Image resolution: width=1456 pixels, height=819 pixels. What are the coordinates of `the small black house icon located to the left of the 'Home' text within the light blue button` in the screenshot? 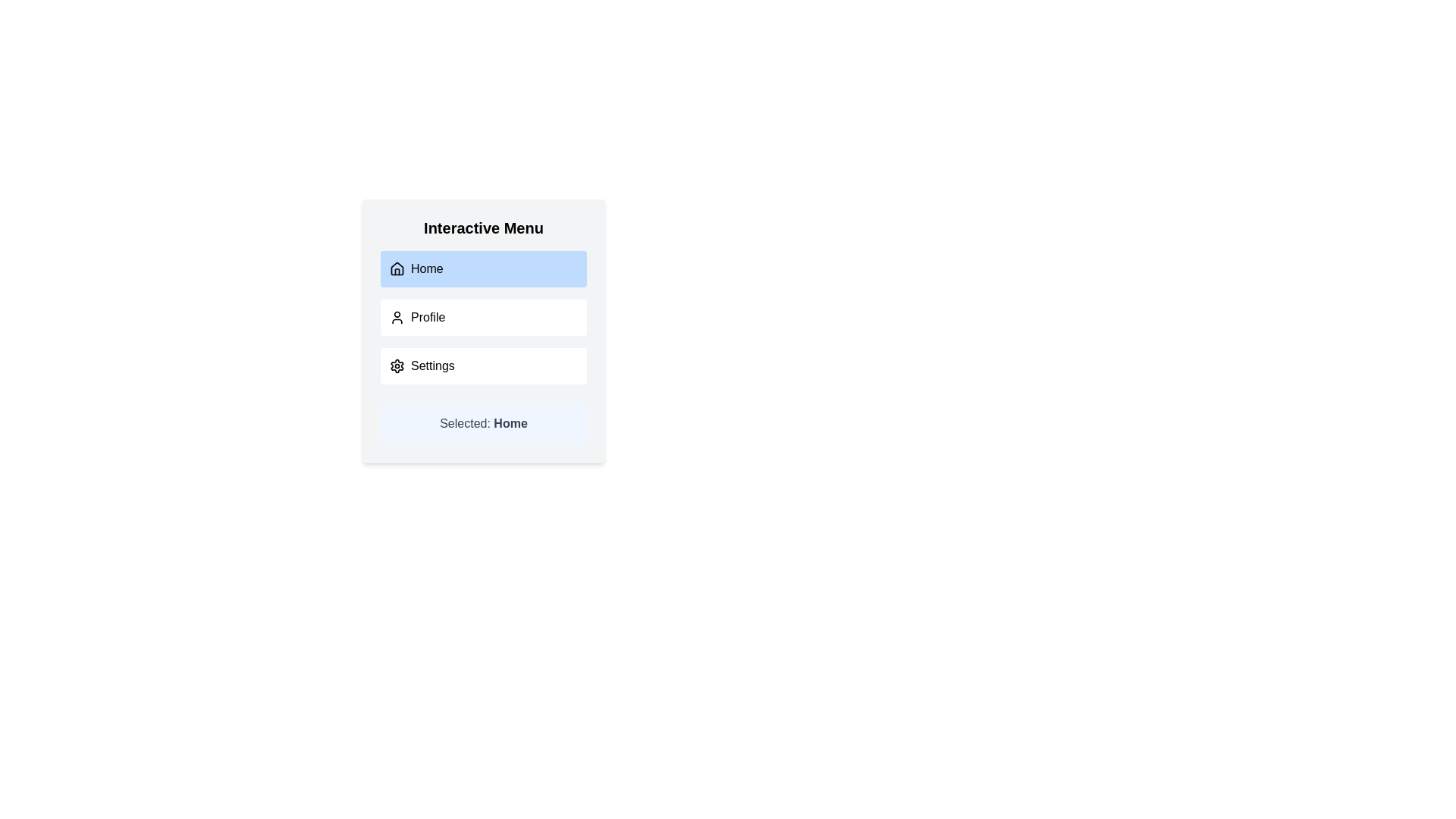 It's located at (397, 268).